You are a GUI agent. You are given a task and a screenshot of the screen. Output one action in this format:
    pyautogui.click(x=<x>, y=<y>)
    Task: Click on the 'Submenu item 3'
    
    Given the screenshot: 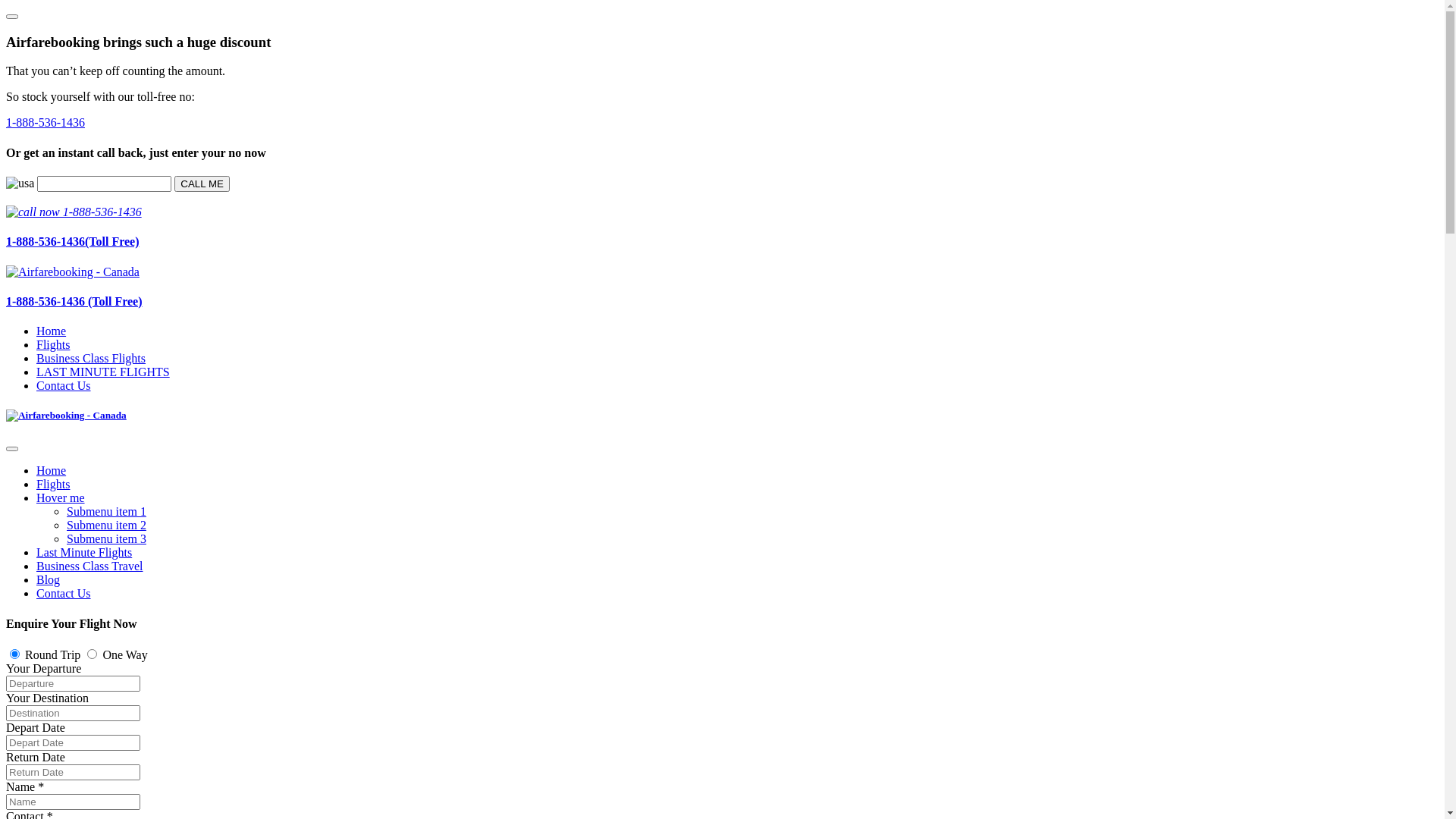 What is the action you would take?
    pyautogui.click(x=105, y=538)
    